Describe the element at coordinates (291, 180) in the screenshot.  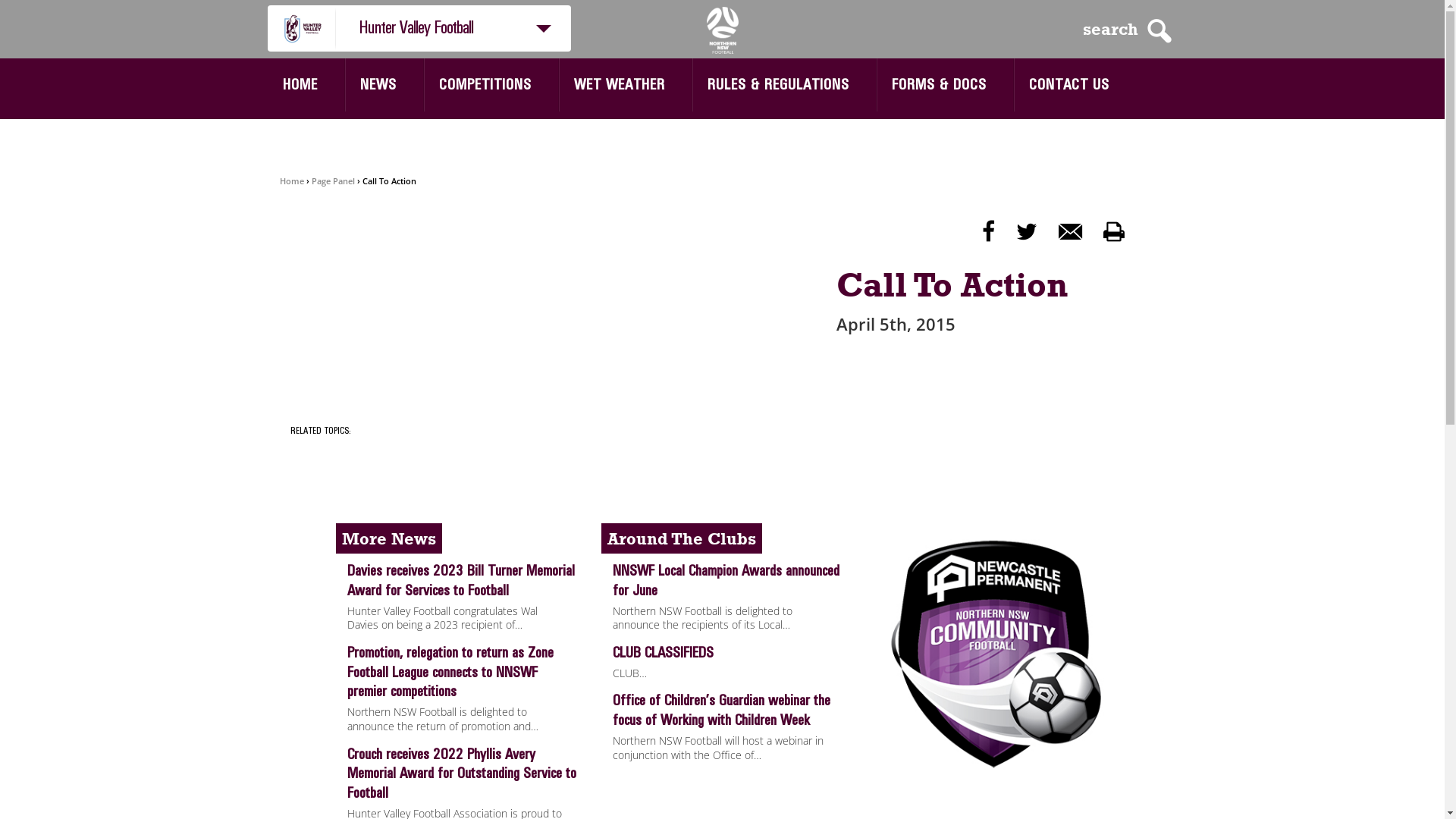
I see `'Home'` at that location.